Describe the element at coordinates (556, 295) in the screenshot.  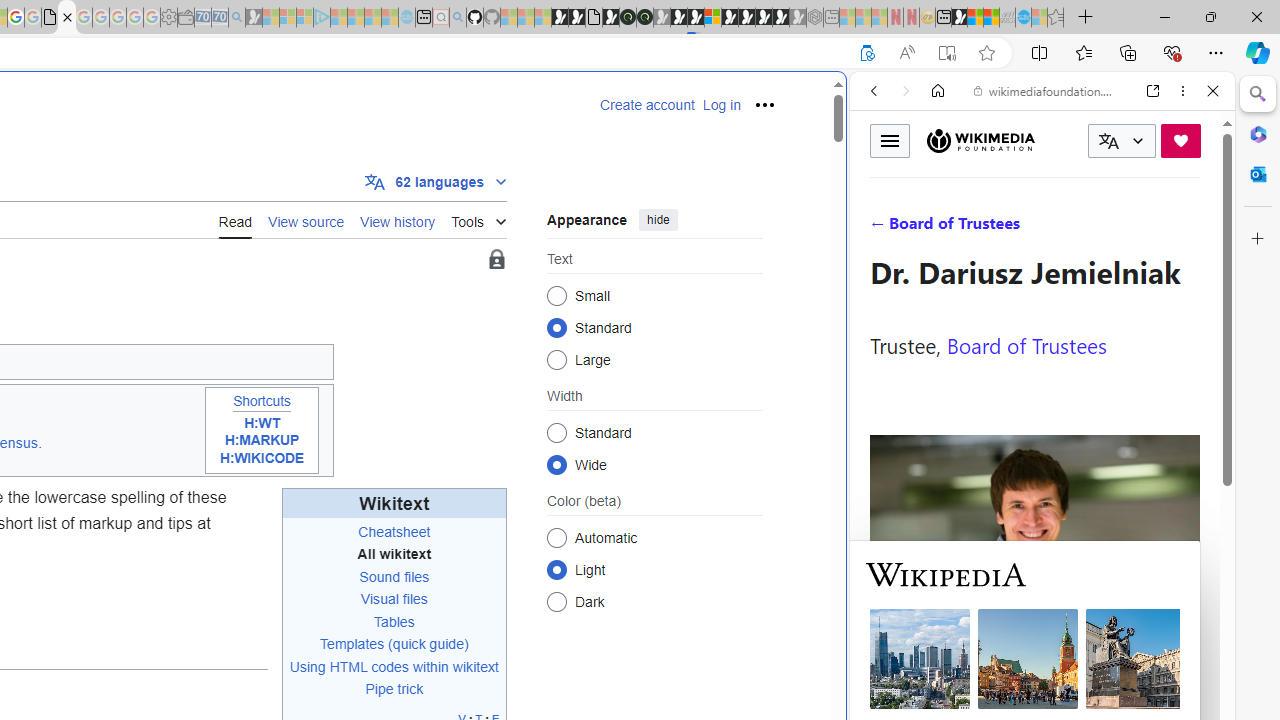
I see `'Small'` at that location.